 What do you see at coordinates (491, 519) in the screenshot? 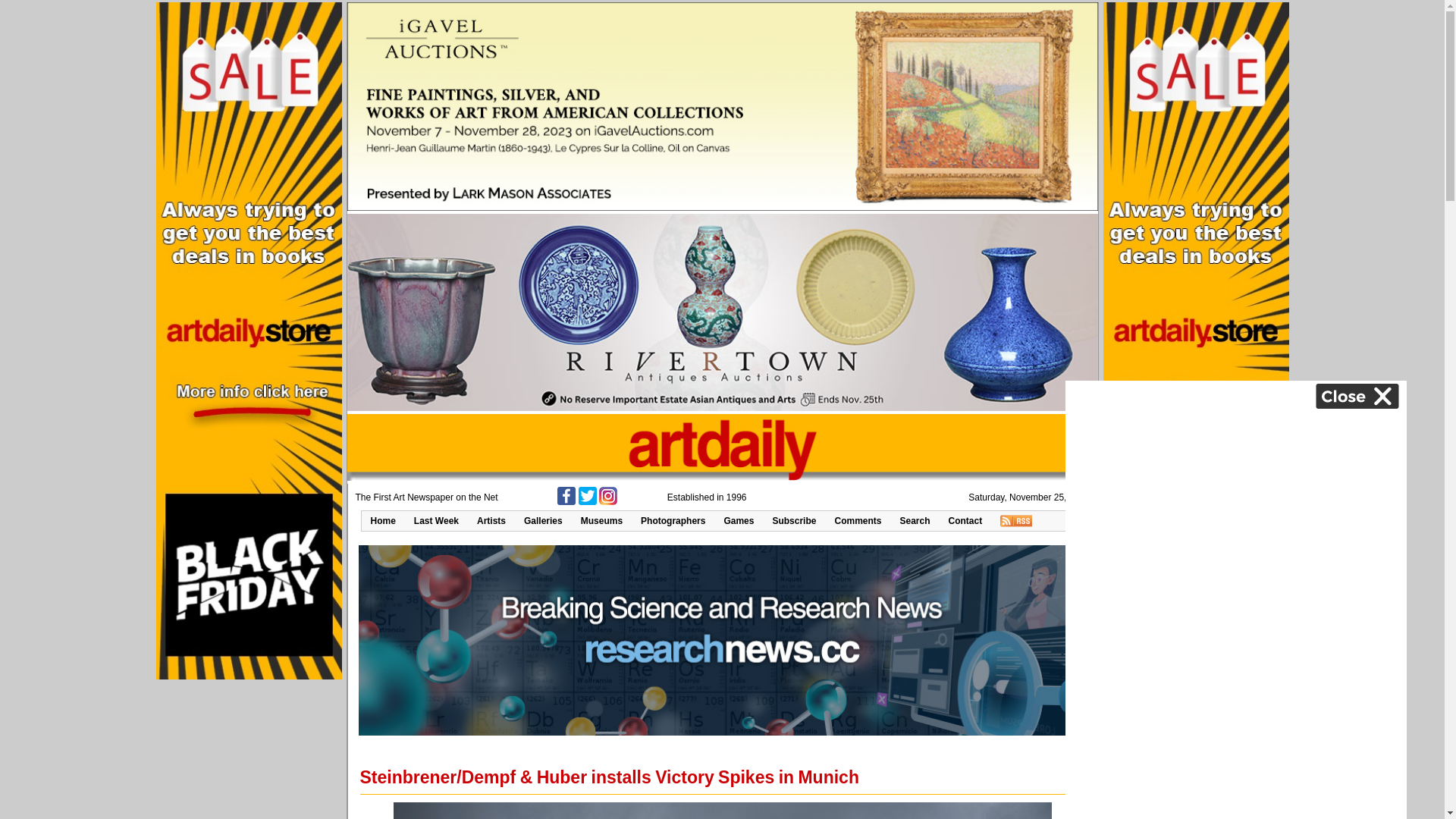
I see `'Artists'` at bounding box center [491, 519].